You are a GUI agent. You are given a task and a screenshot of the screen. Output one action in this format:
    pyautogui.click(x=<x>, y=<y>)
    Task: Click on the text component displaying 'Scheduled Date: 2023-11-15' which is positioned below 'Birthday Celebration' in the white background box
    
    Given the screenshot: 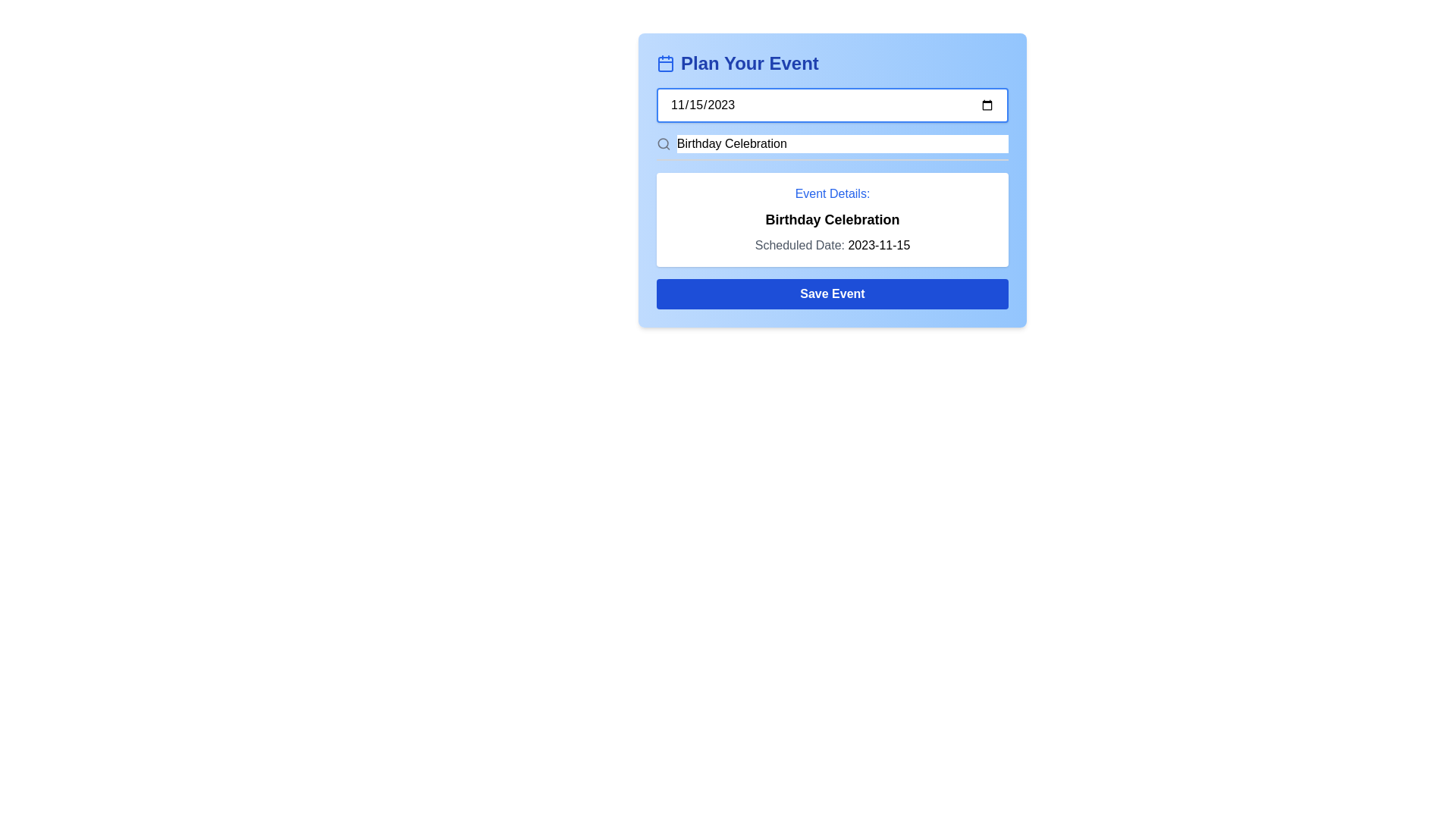 What is the action you would take?
    pyautogui.click(x=832, y=245)
    